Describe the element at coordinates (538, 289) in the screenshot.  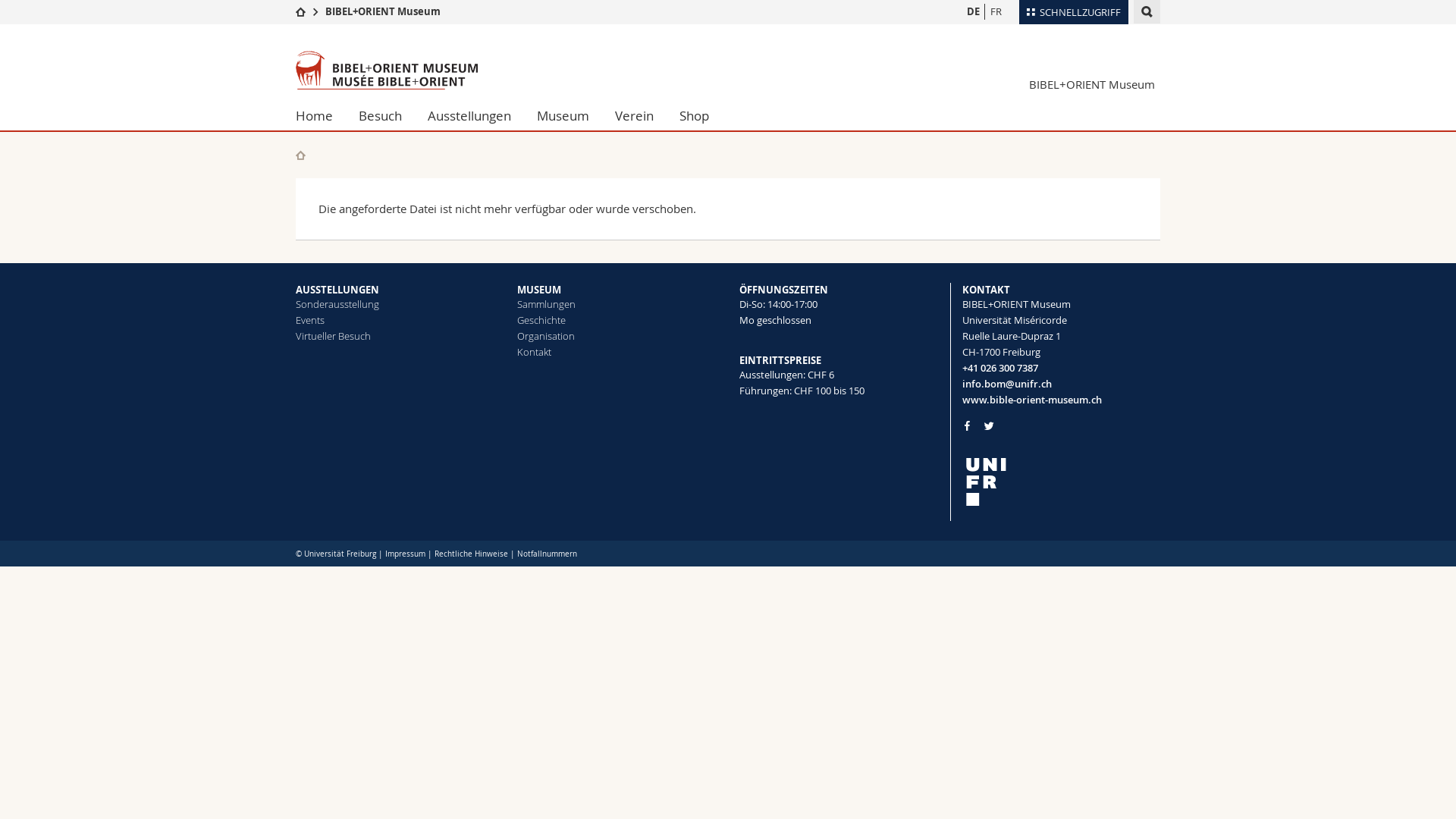
I see `'MUSEUM'` at that location.